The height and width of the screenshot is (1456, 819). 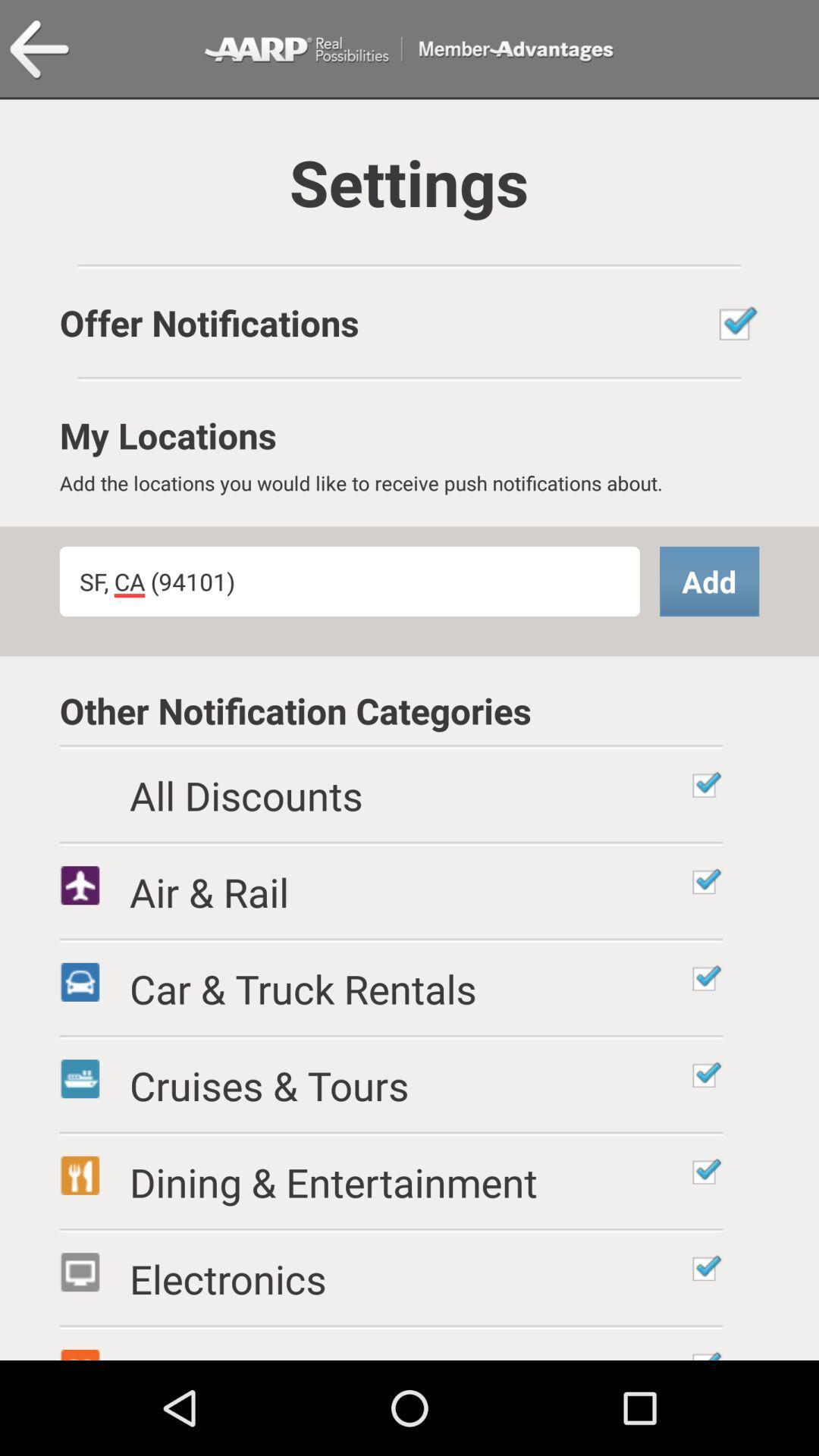 What do you see at coordinates (39, 53) in the screenshot?
I see `the arrow_backward icon` at bounding box center [39, 53].